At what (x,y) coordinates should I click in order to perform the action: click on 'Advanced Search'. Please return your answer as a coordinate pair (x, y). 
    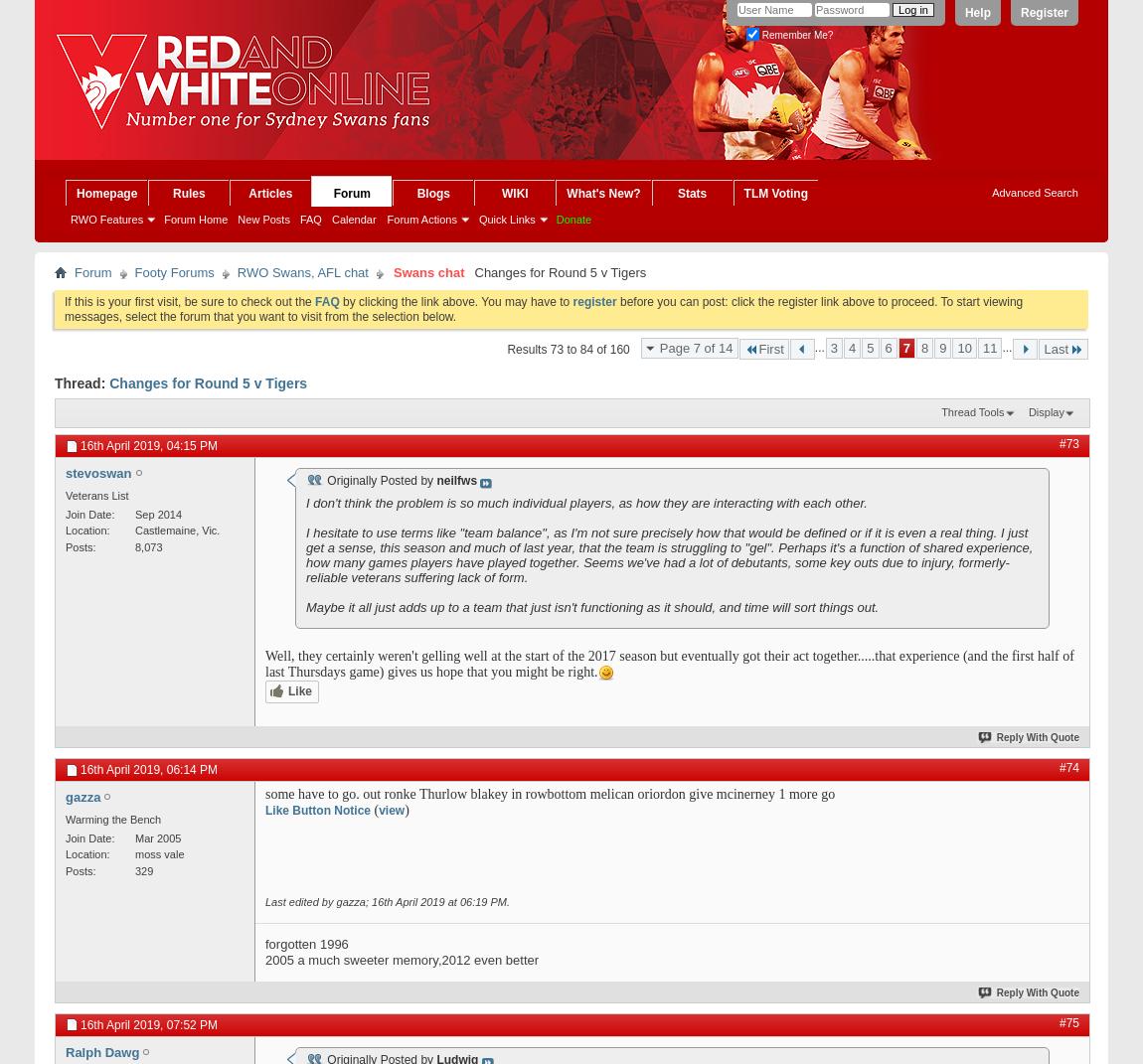
    Looking at the image, I should click on (1035, 191).